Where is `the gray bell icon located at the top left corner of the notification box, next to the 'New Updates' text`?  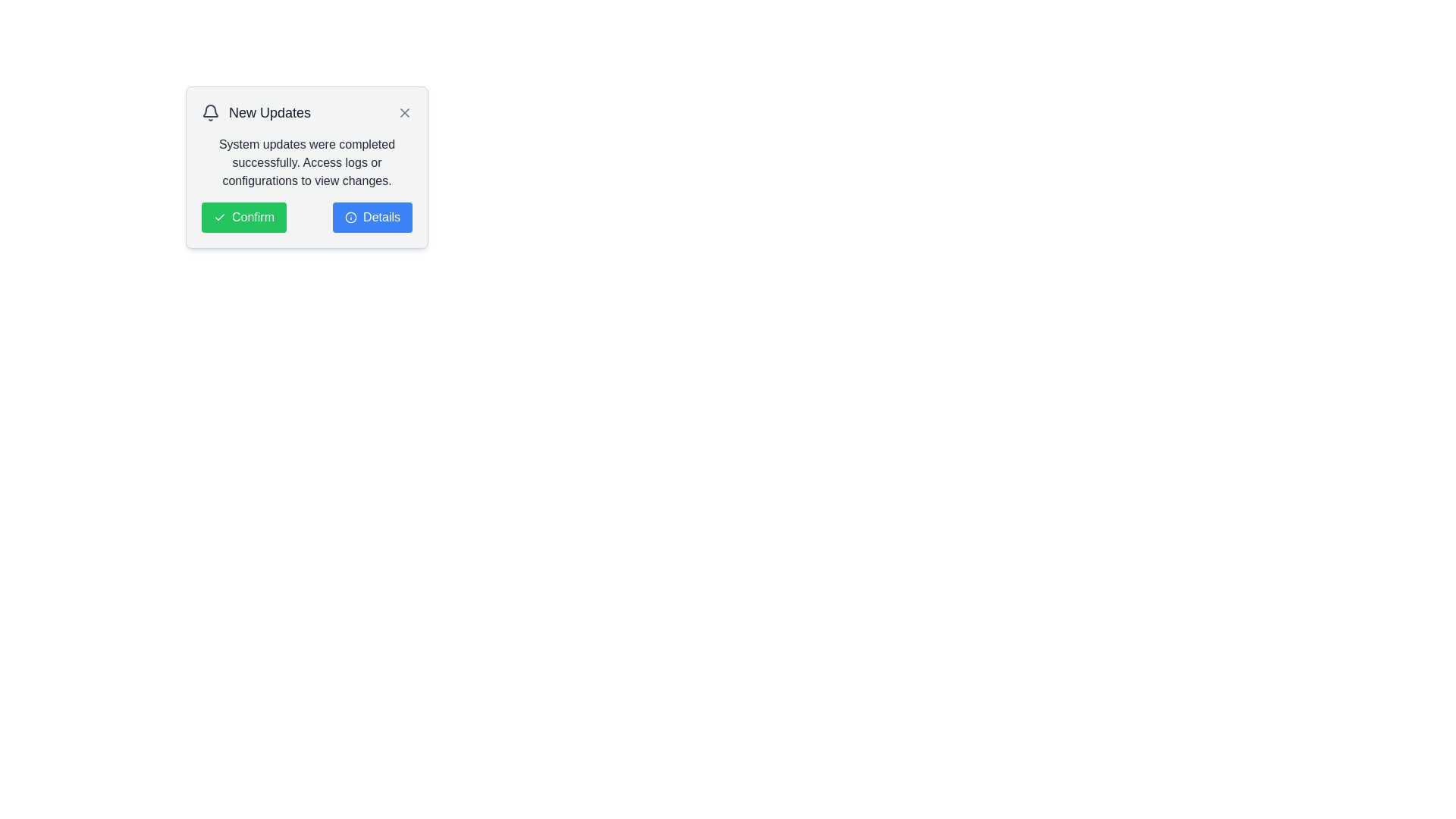 the gray bell icon located at the top left corner of the notification box, next to the 'New Updates' text is located at coordinates (210, 112).